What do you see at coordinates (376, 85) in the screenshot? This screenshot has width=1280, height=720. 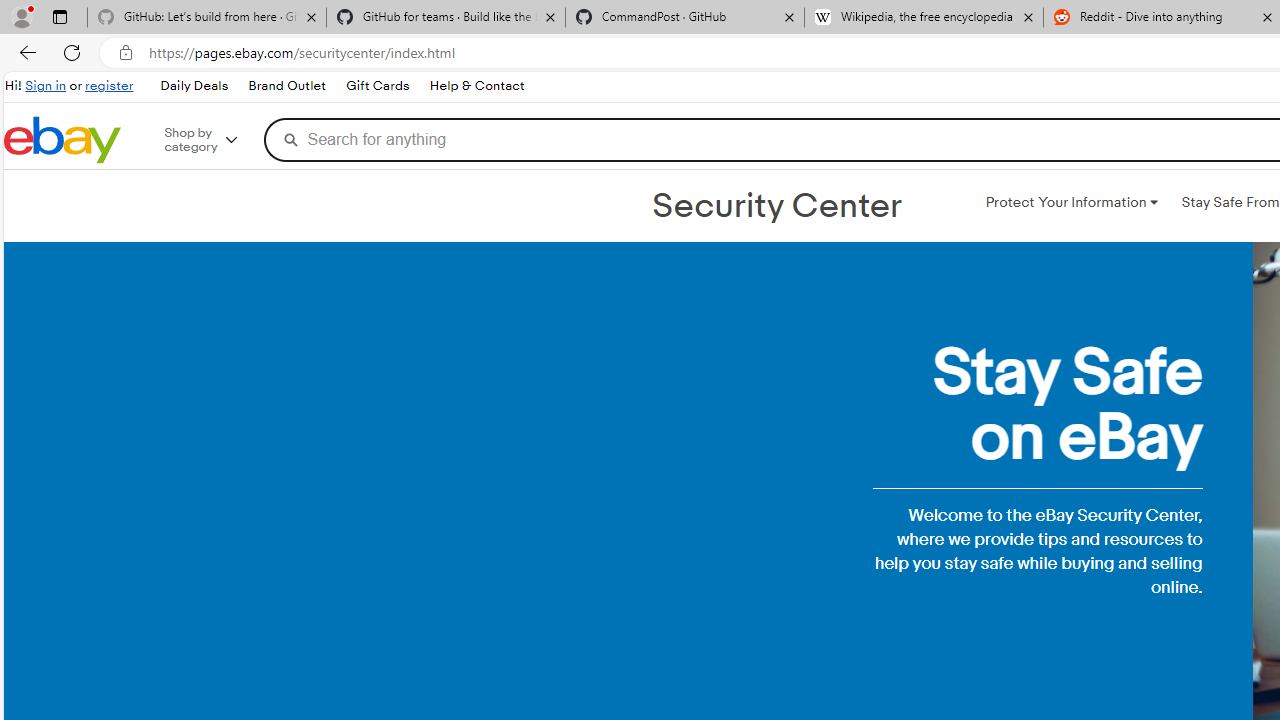 I see `'Gift Cards'` at bounding box center [376, 85].